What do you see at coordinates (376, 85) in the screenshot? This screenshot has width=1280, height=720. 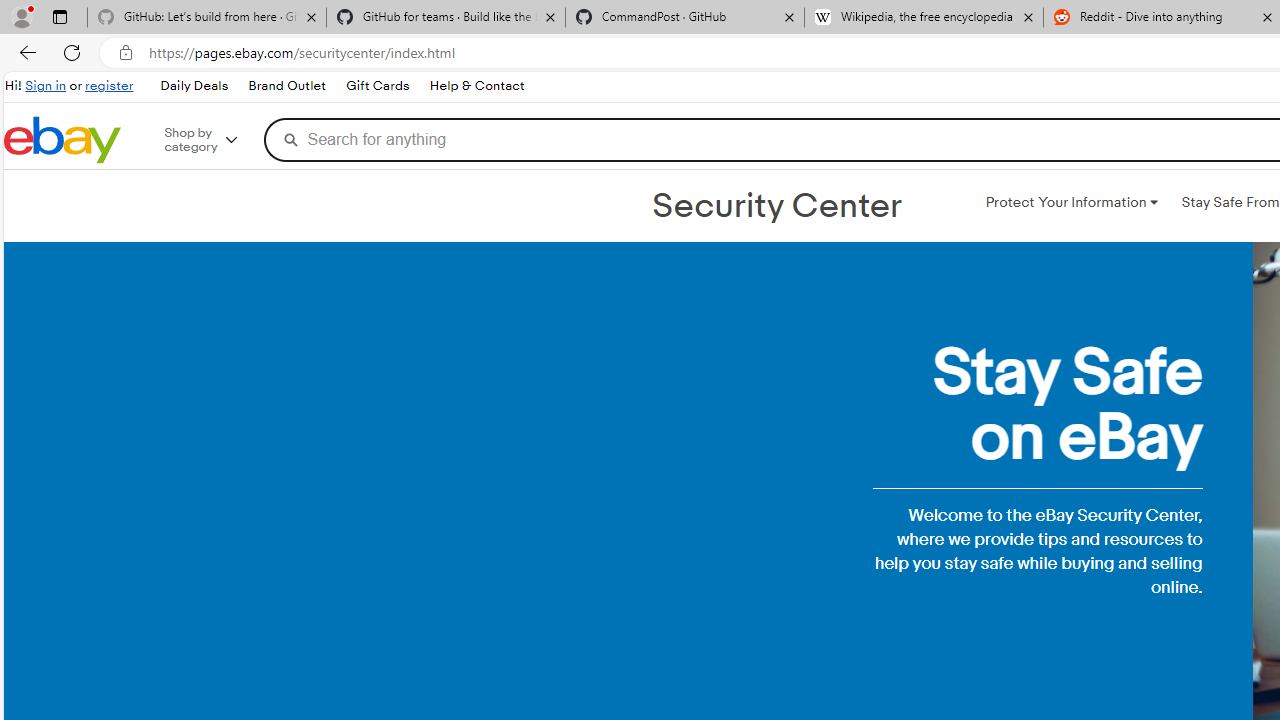 I see `'Gift Cards'` at bounding box center [376, 85].